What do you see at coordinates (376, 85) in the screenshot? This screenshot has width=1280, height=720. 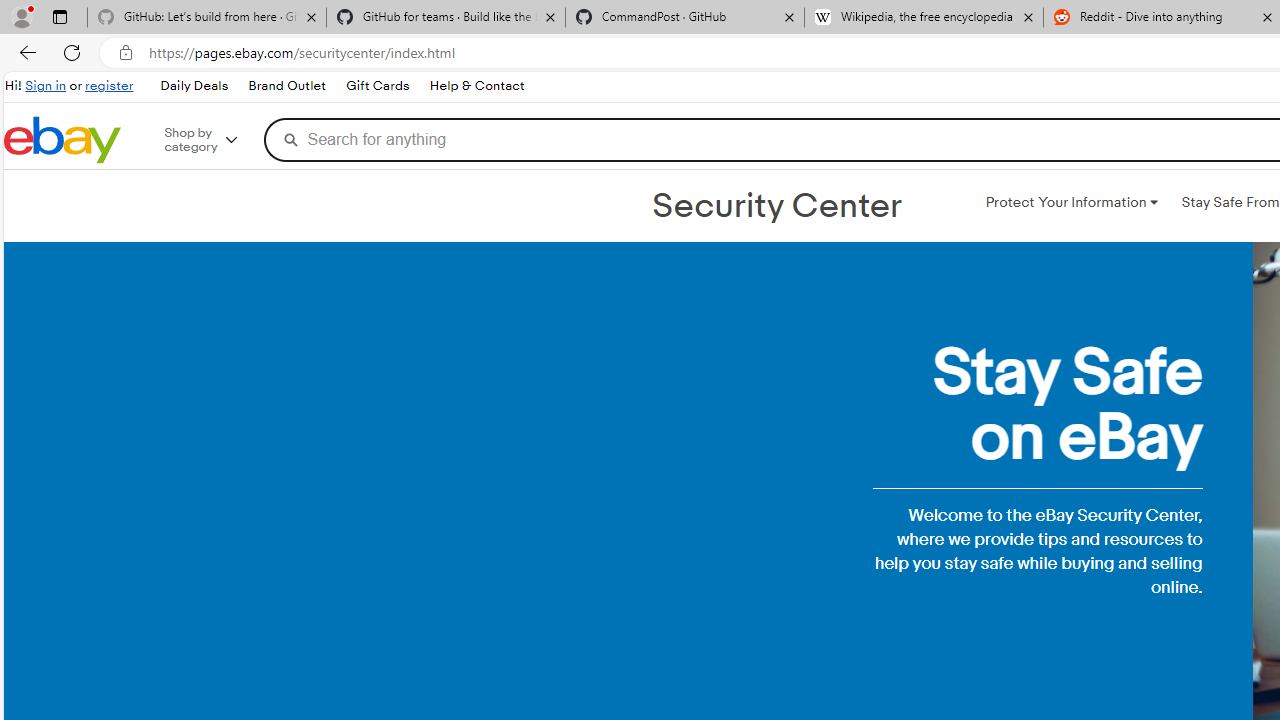 I see `'Gift Cards'` at bounding box center [376, 85].